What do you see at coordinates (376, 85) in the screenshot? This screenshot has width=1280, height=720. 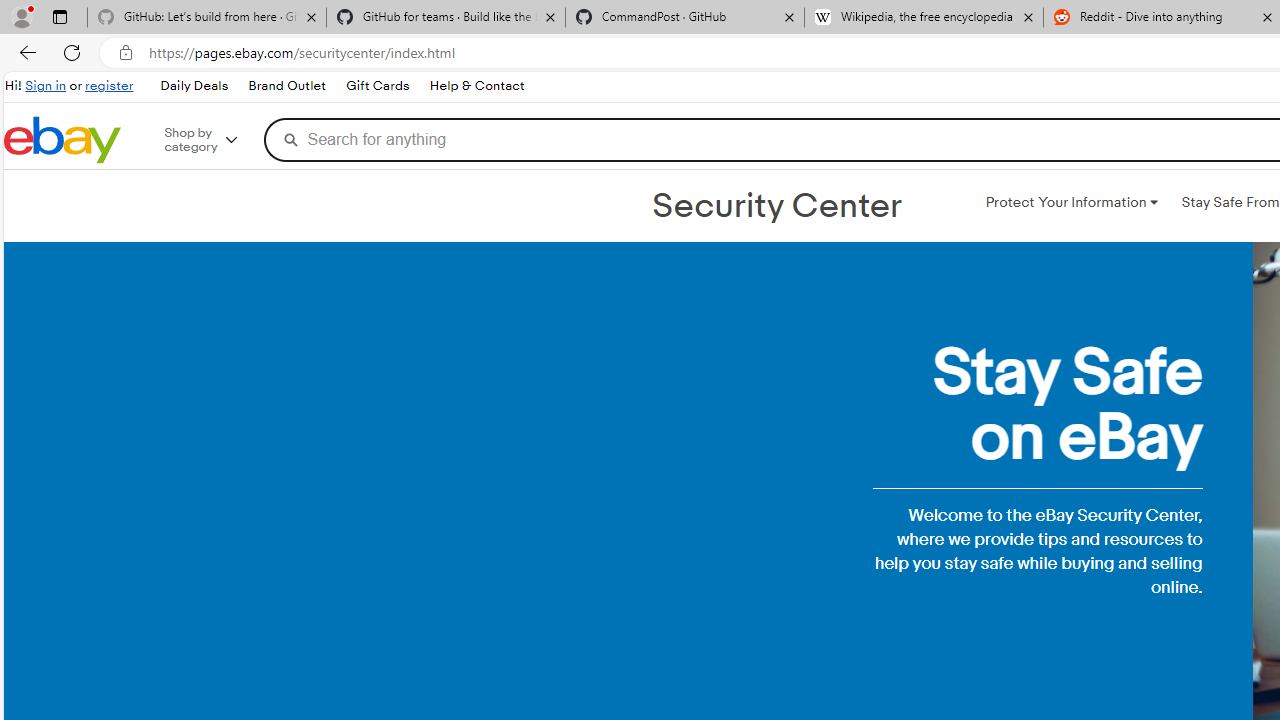 I see `'Gift Cards'` at bounding box center [376, 85].